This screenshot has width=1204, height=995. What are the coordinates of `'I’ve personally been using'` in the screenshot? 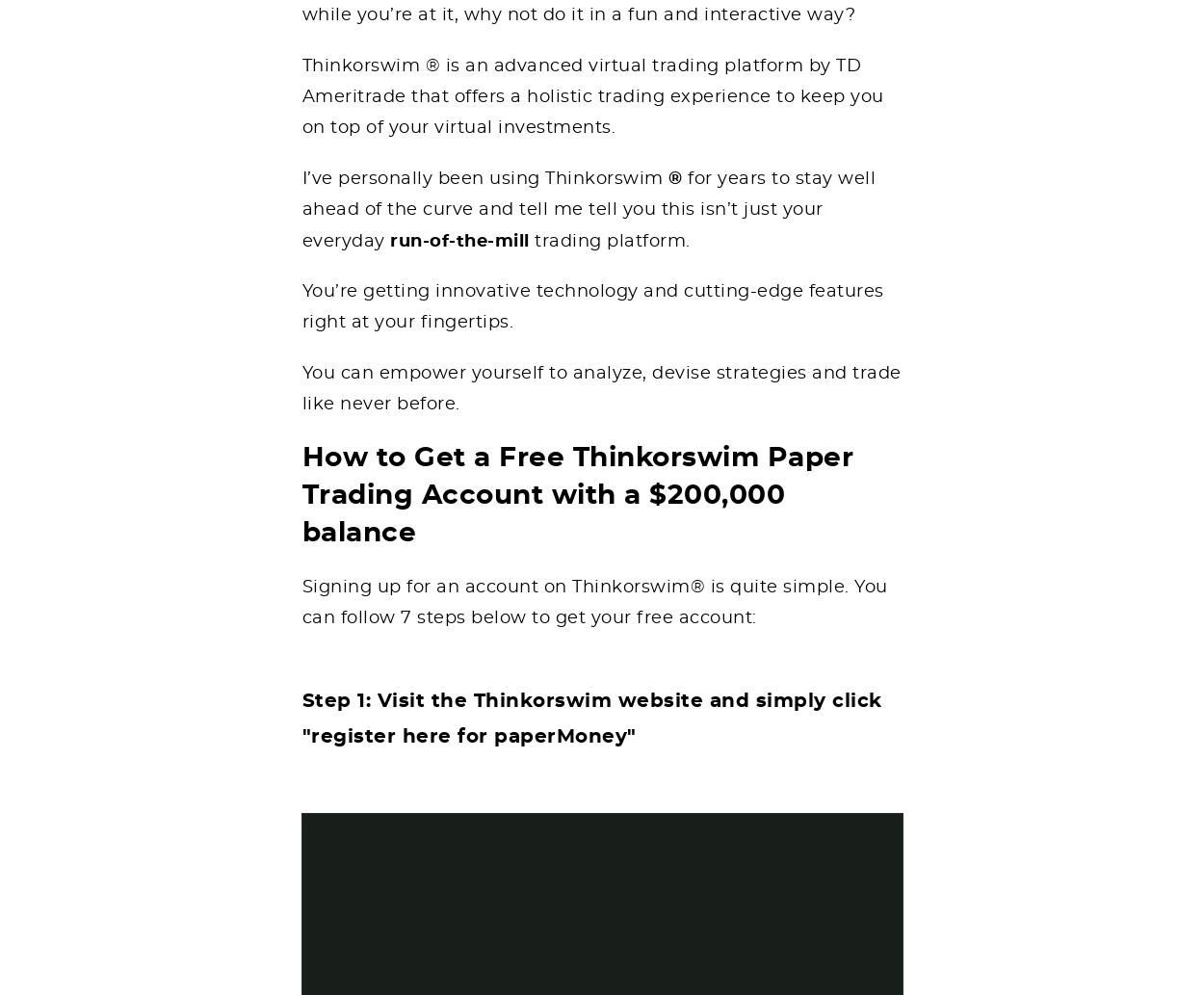 It's located at (422, 177).